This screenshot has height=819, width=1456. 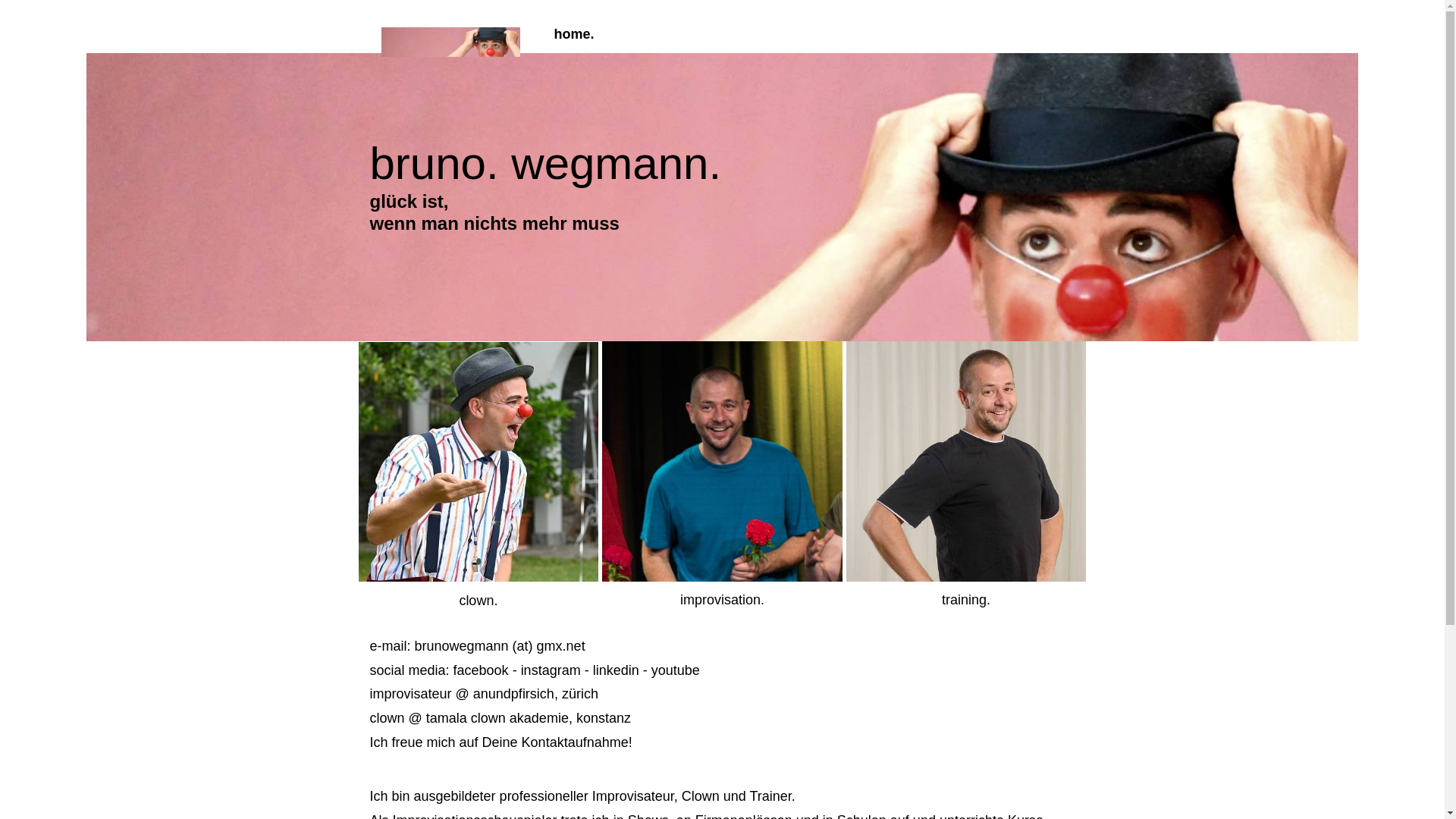 I want to click on 'youtube', so click(x=675, y=669).